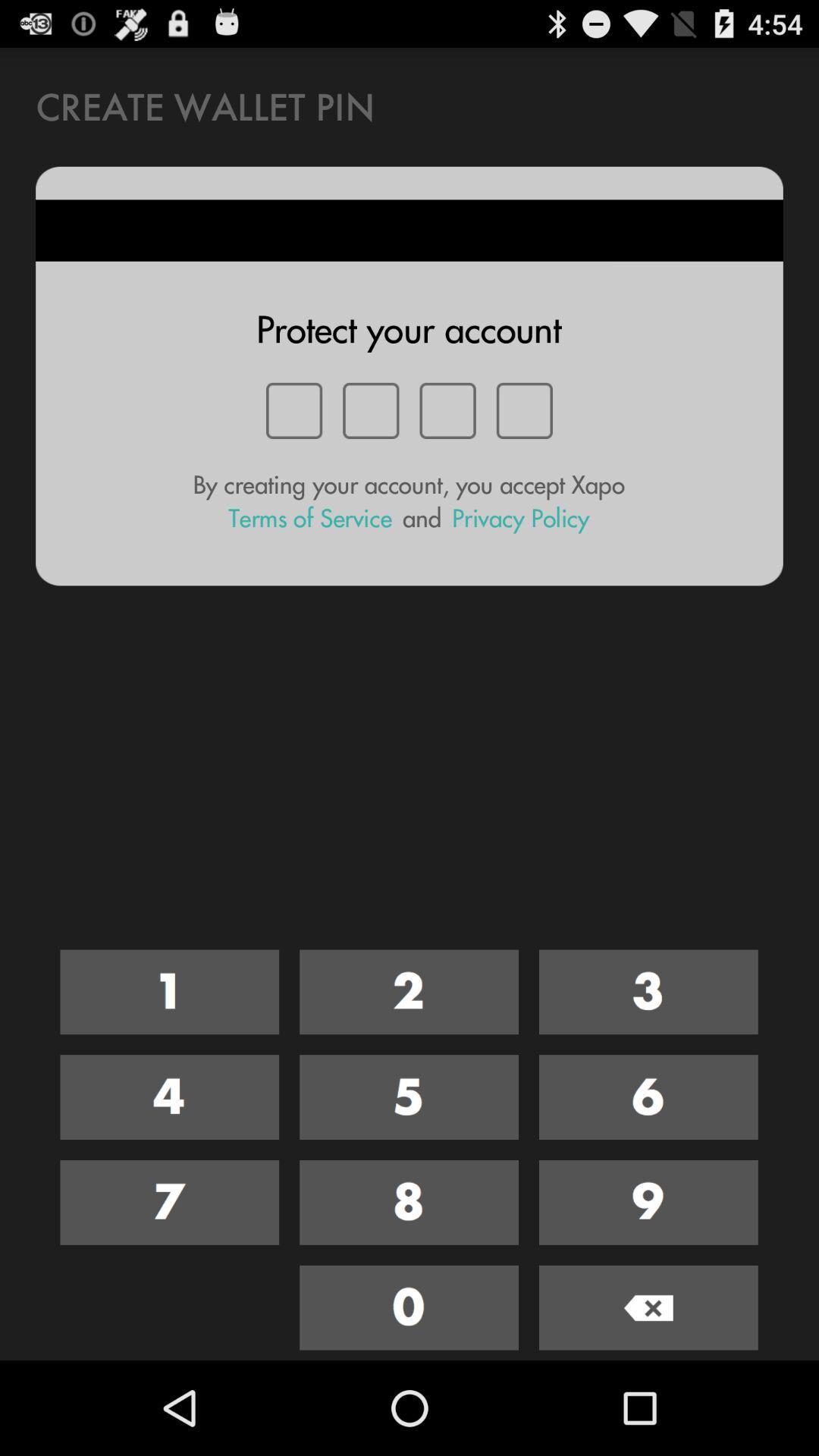 The image size is (819, 1456). I want to click on number 1 key, so click(169, 992).